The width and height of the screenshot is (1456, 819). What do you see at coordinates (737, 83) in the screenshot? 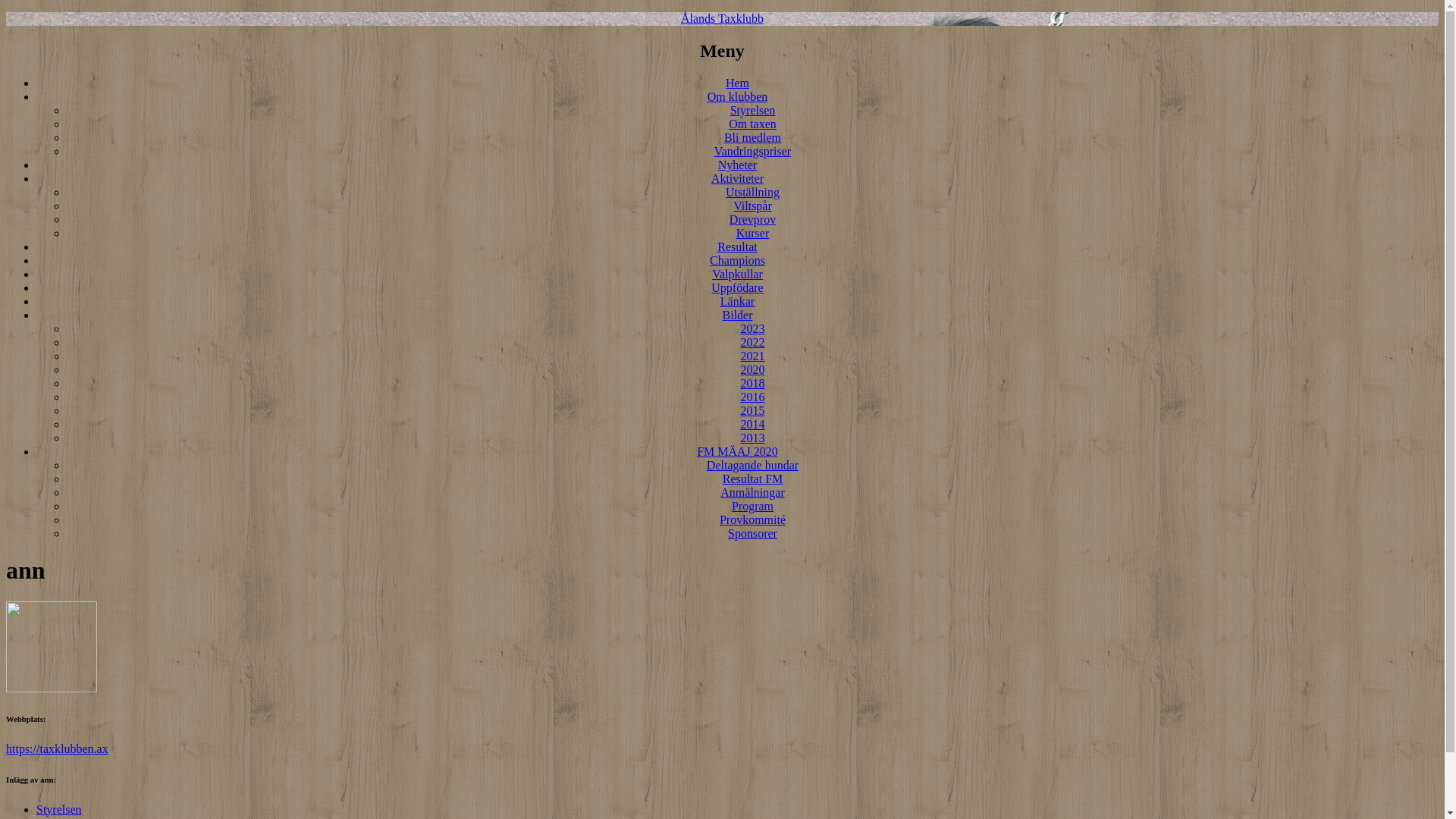
I see `'Hem'` at bounding box center [737, 83].